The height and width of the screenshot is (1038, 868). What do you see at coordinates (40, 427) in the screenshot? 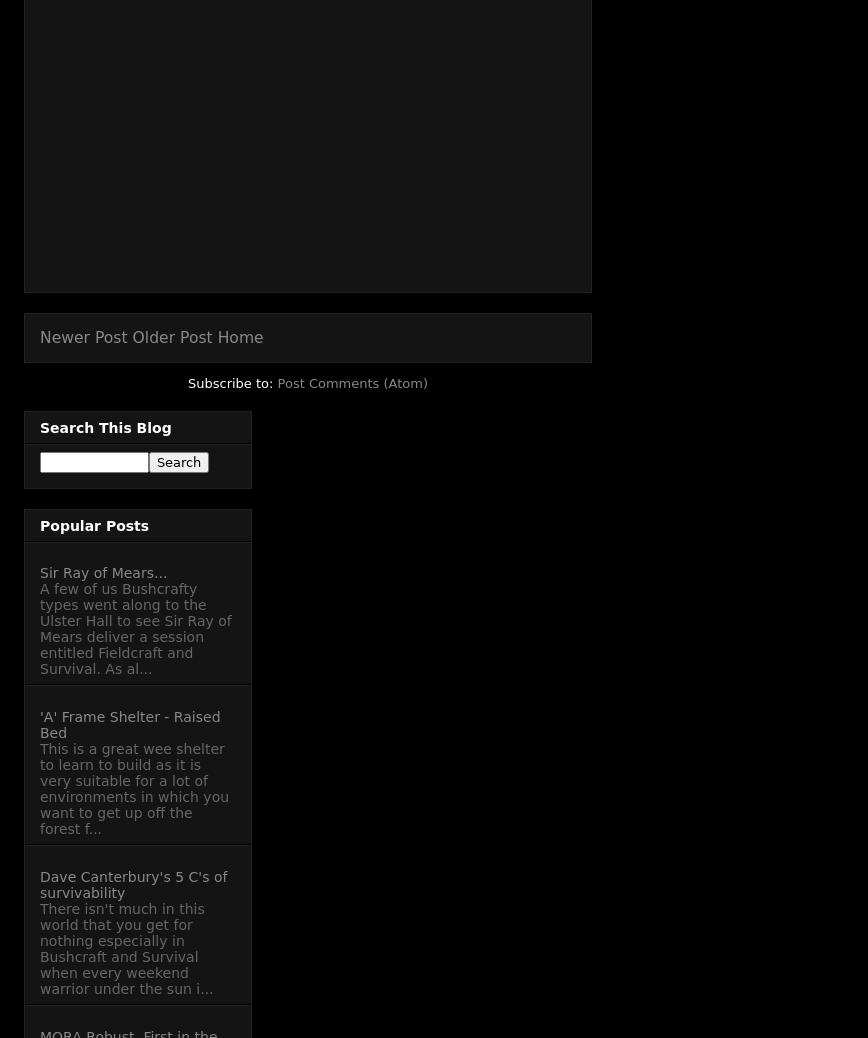
I see `'Search This Blog'` at bounding box center [40, 427].